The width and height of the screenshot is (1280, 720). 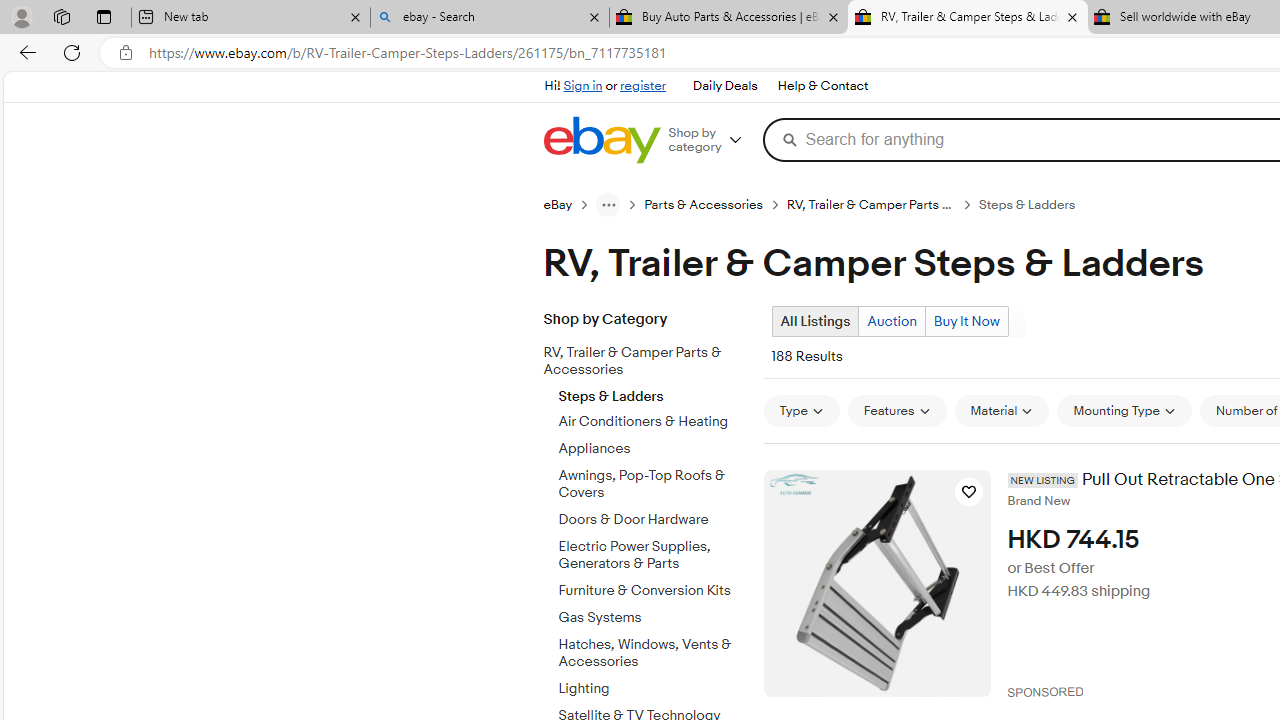 I want to click on 'Help & Contact', so click(x=823, y=86).